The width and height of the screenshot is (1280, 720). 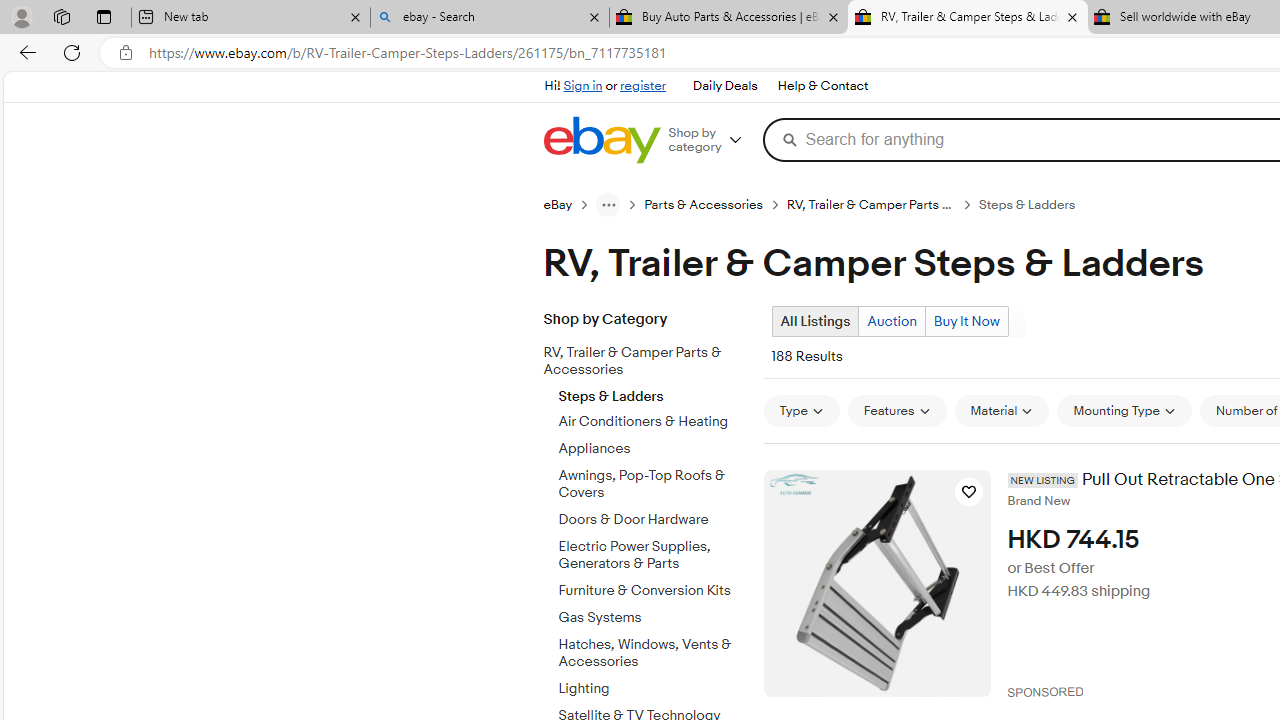 I want to click on 'Help & Contact', so click(x=823, y=86).